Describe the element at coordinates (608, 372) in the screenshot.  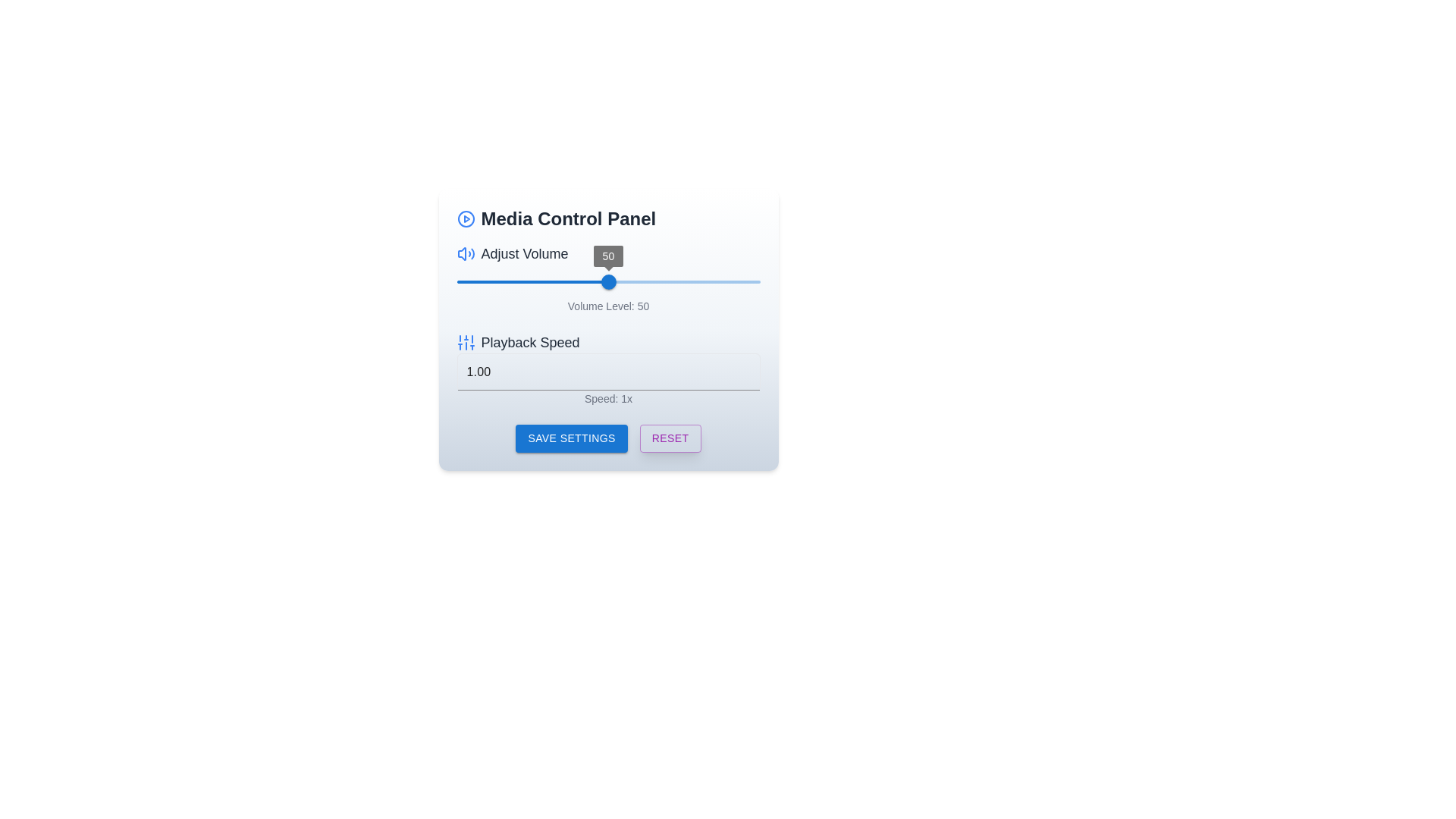
I see `playback speed` at that location.